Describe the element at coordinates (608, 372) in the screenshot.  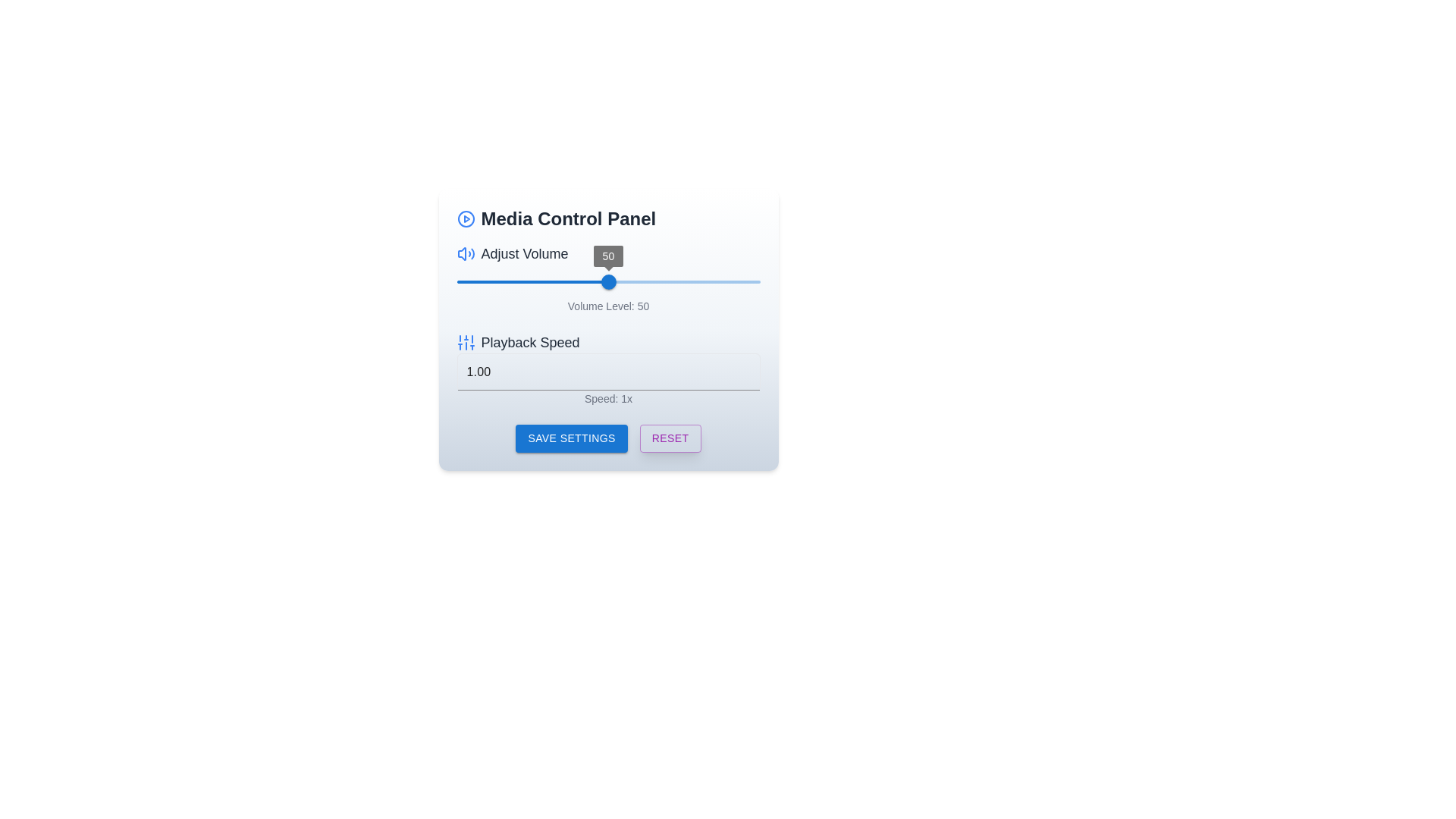
I see `playback speed` at that location.